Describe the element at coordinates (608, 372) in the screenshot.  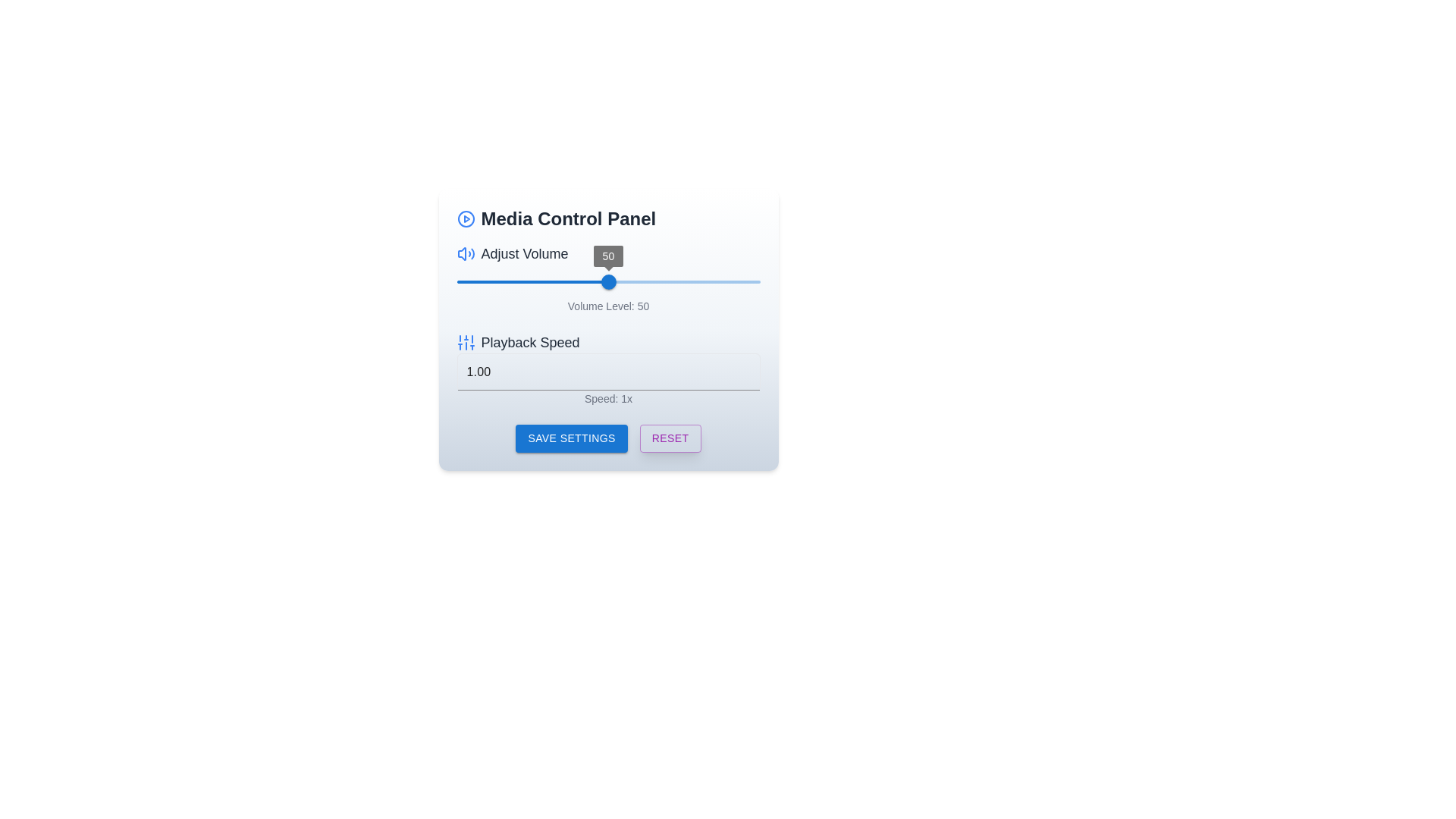
I see `playback speed` at that location.